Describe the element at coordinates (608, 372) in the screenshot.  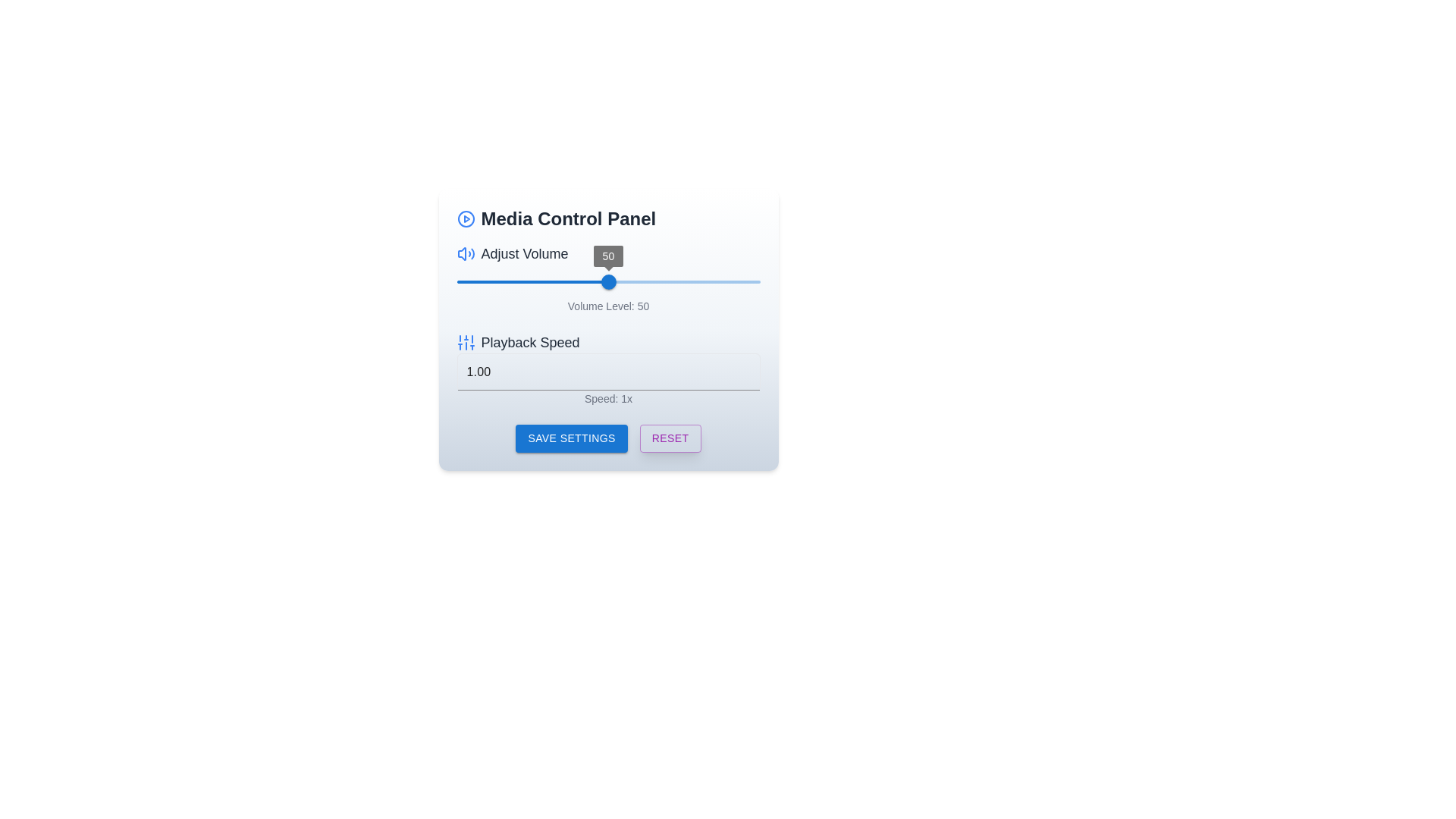
I see `playback speed` at that location.